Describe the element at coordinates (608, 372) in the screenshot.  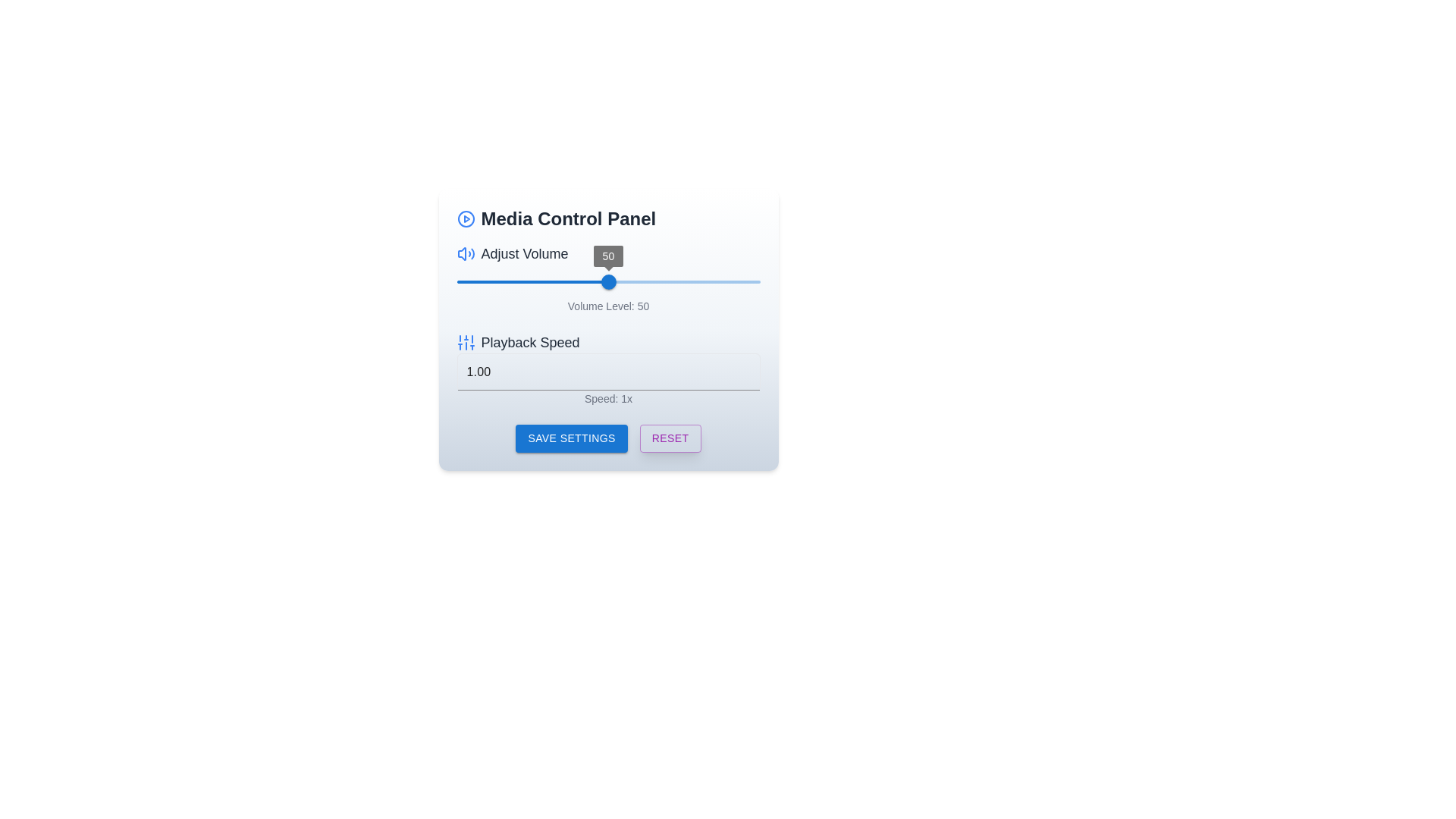
I see `playback speed` at that location.